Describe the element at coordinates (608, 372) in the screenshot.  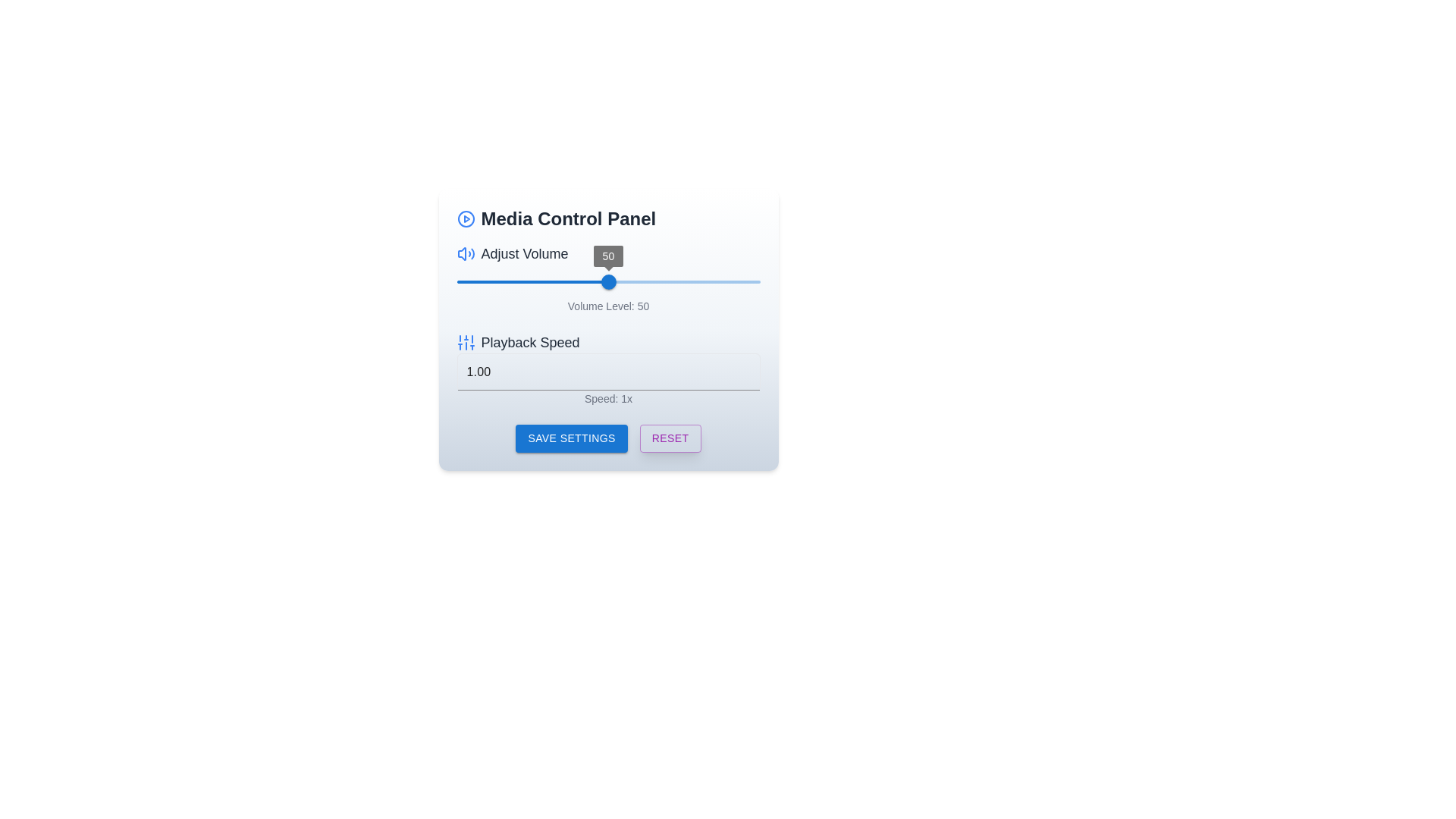
I see `playback speed` at that location.